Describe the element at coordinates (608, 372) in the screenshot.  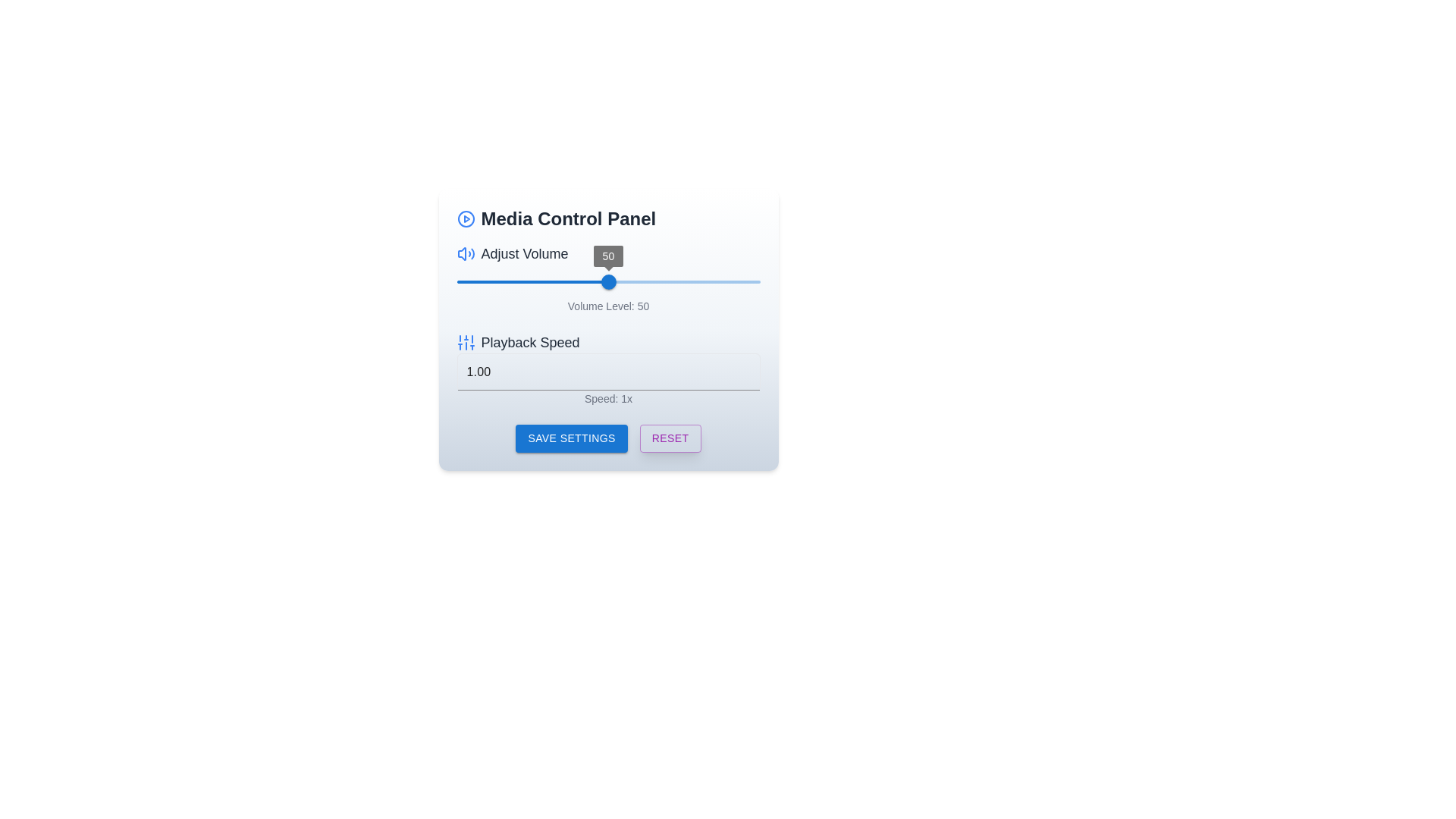
I see `playback speed` at that location.